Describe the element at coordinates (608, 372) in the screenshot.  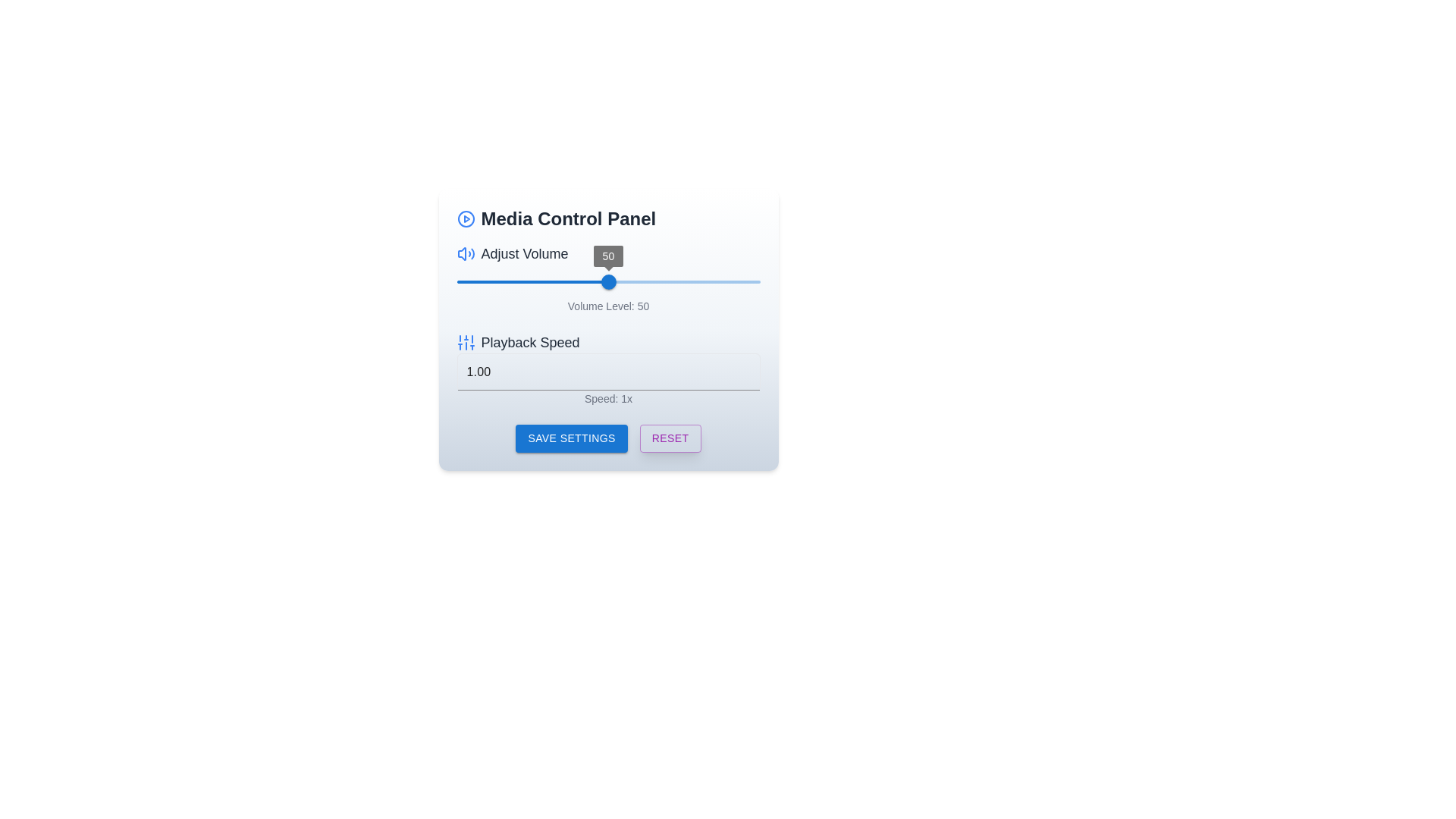
I see `playback speed` at that location.